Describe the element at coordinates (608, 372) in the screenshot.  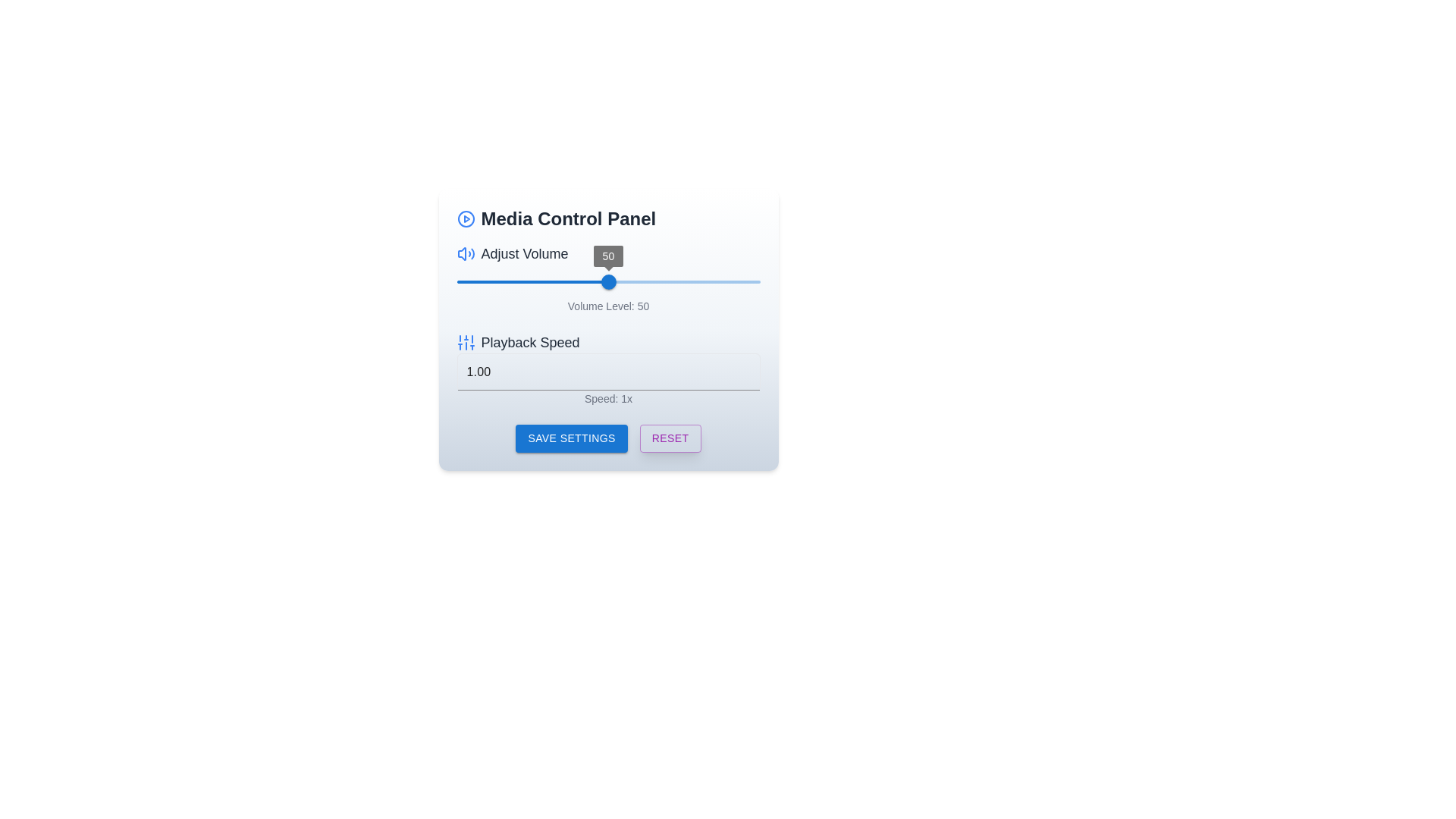
I see `playback speed` at that location.